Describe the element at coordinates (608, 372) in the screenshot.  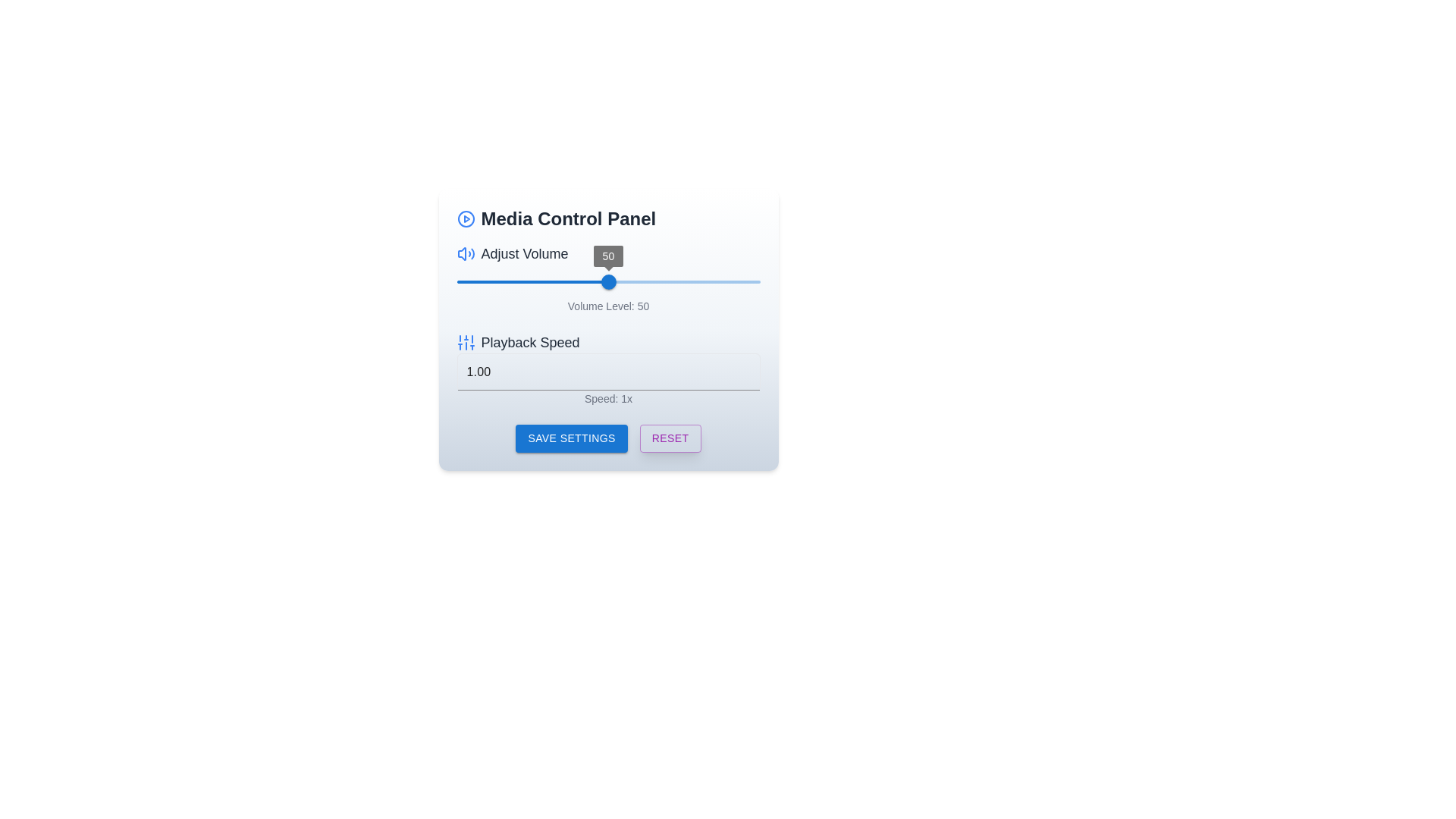
I see `playback speed` at that location.